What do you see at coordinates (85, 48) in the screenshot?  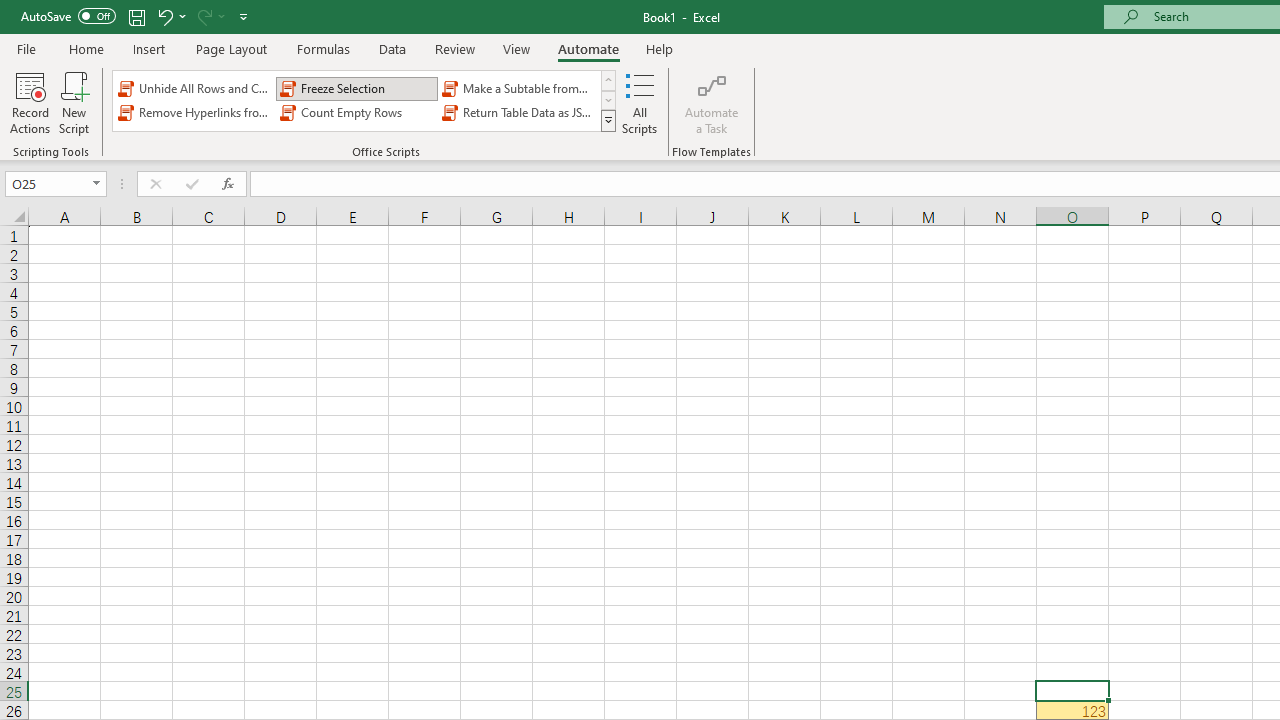 I see `'Home'` at bounding box center [85, 48].